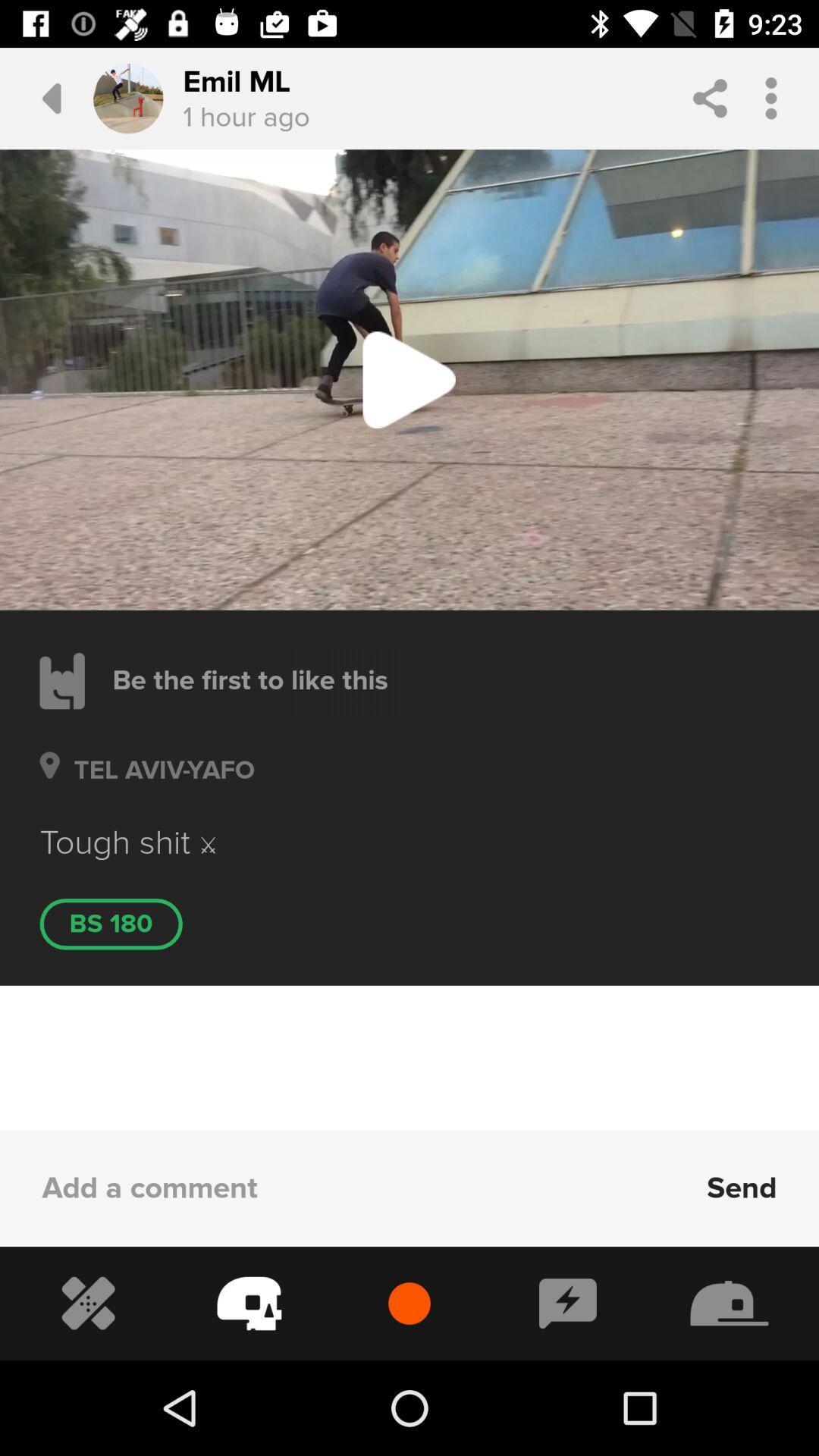  I want to click on the location icon on the web page, so click(49, 787).